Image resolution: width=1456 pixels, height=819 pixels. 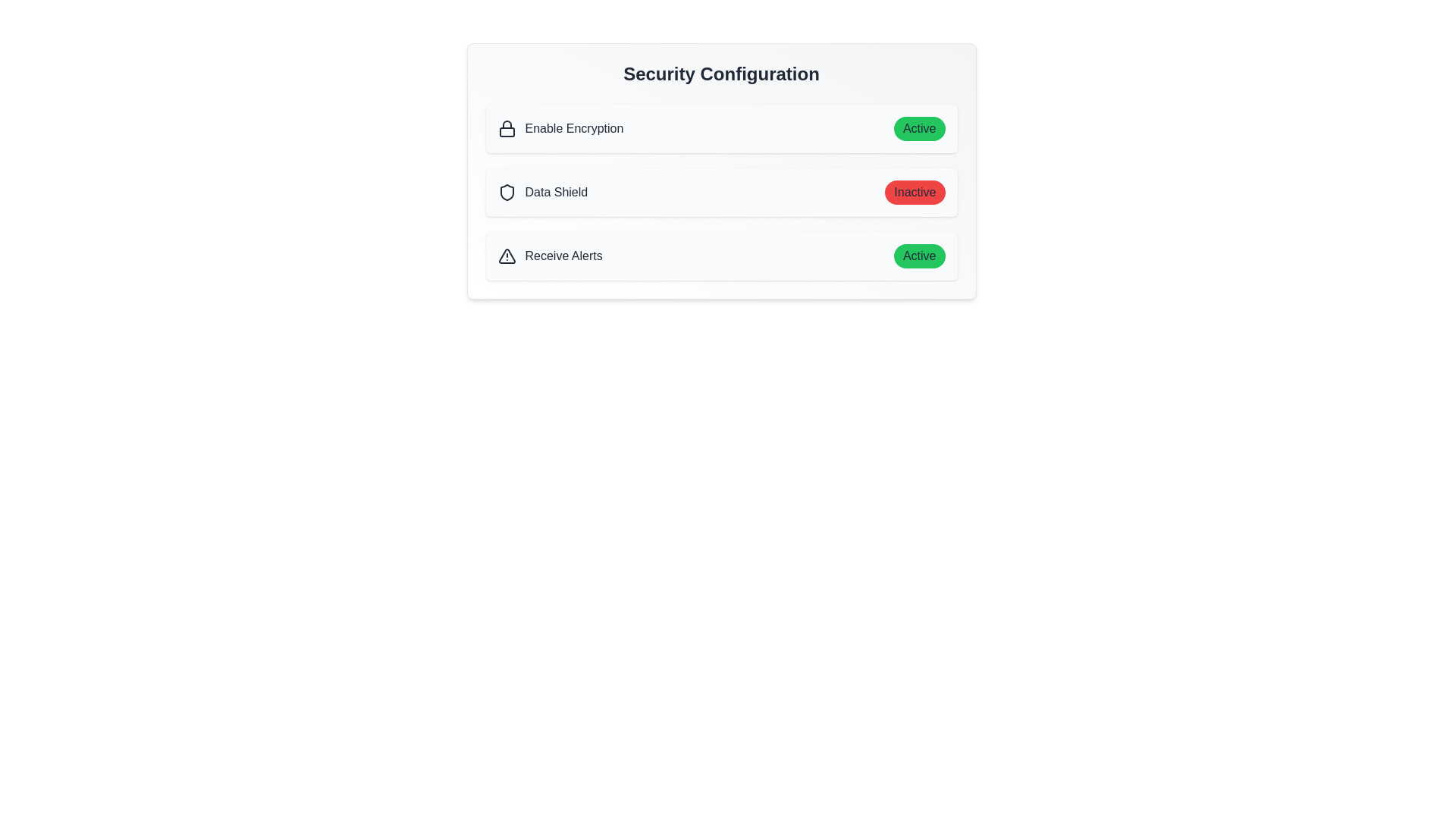 I want to click on shield icon element which is part of the 'Data Shield' row, located to the left of the text 'Data Shield', so click(x=507, y=192).